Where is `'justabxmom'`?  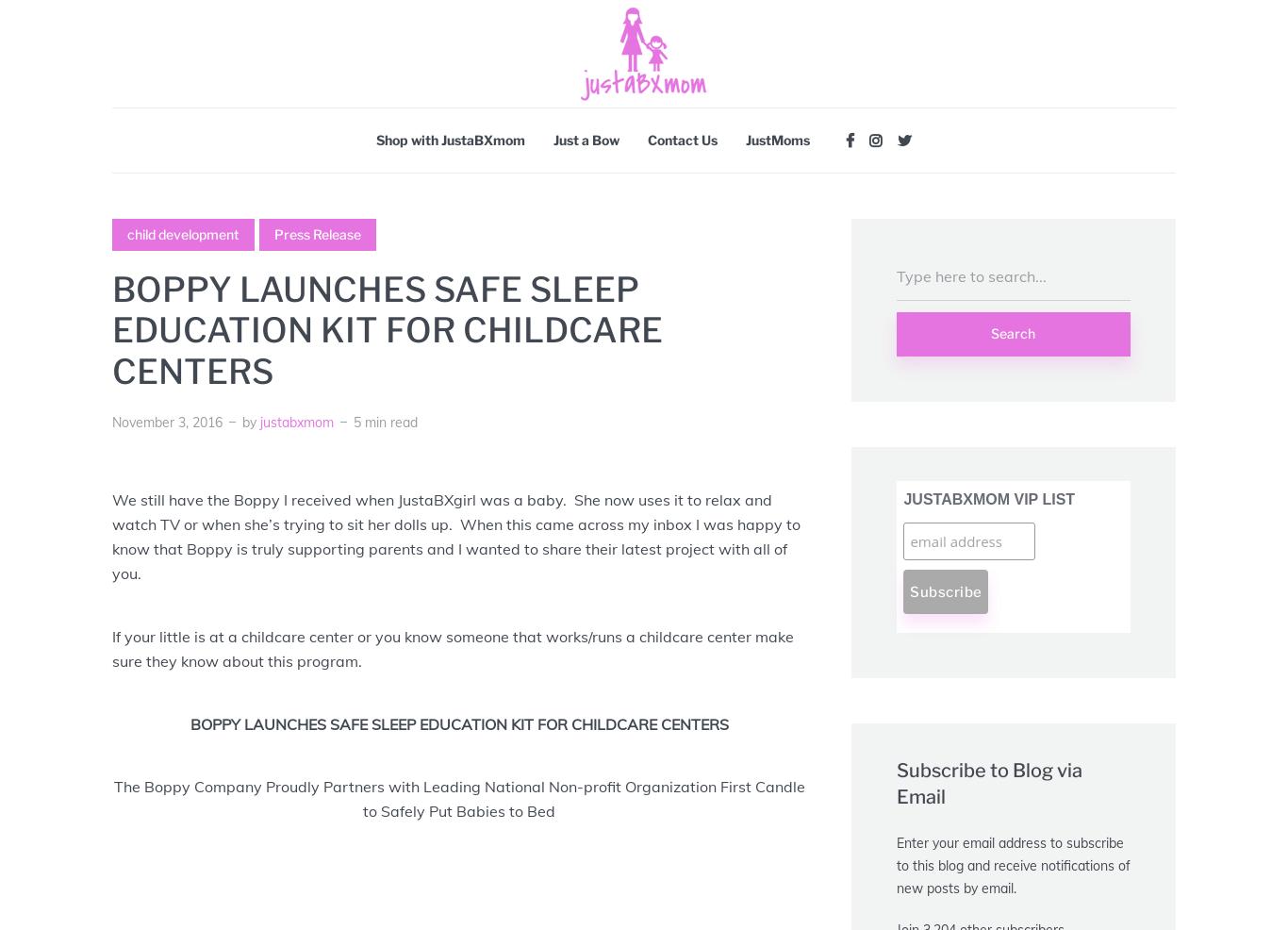
'justabxmom' is located at coordinates (296, 421).